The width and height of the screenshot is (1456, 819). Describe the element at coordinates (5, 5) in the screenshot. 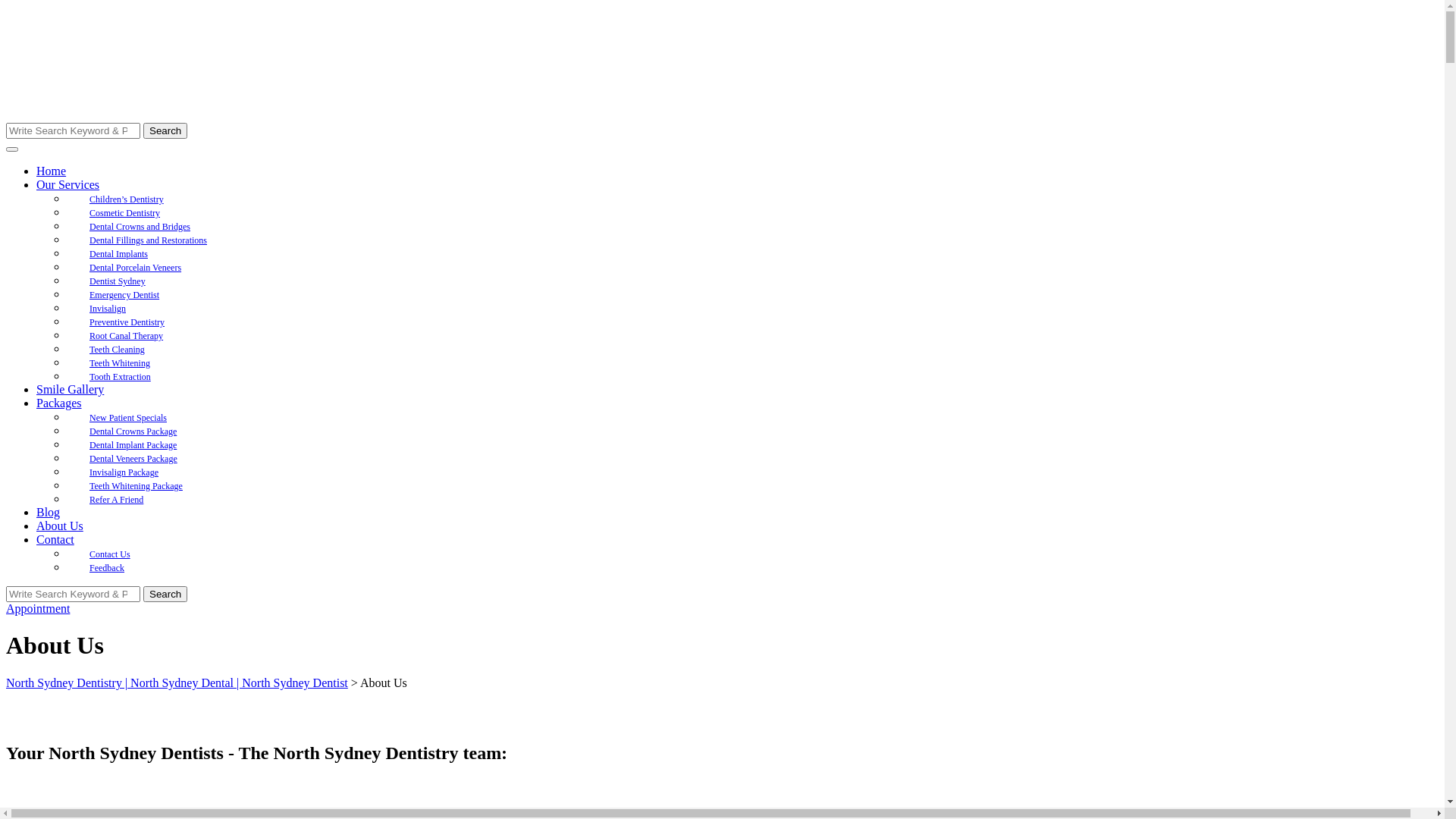

I see `'Skip to content'` at that location.